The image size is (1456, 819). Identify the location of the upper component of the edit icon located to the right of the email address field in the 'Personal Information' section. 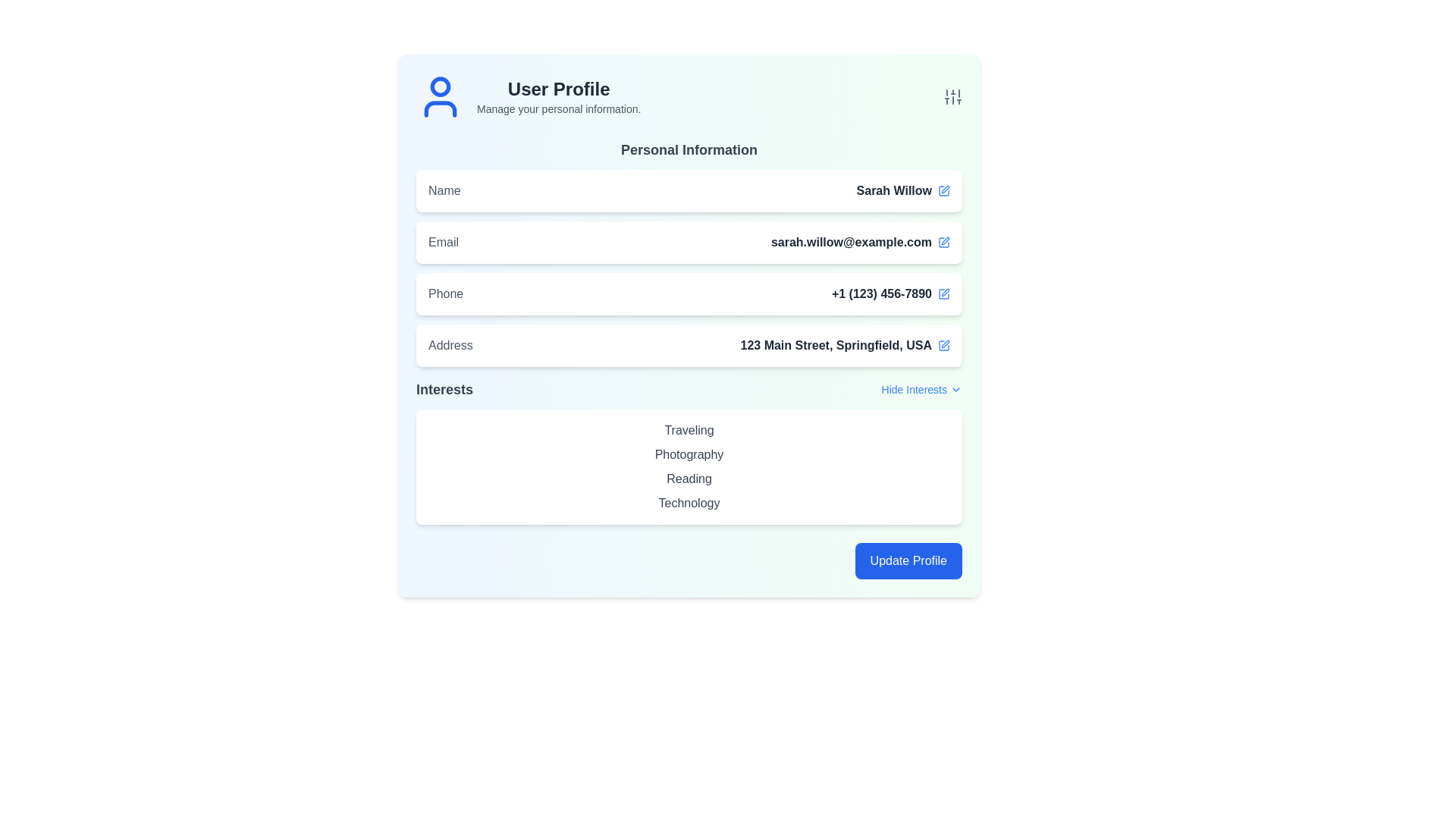
(943, 242).